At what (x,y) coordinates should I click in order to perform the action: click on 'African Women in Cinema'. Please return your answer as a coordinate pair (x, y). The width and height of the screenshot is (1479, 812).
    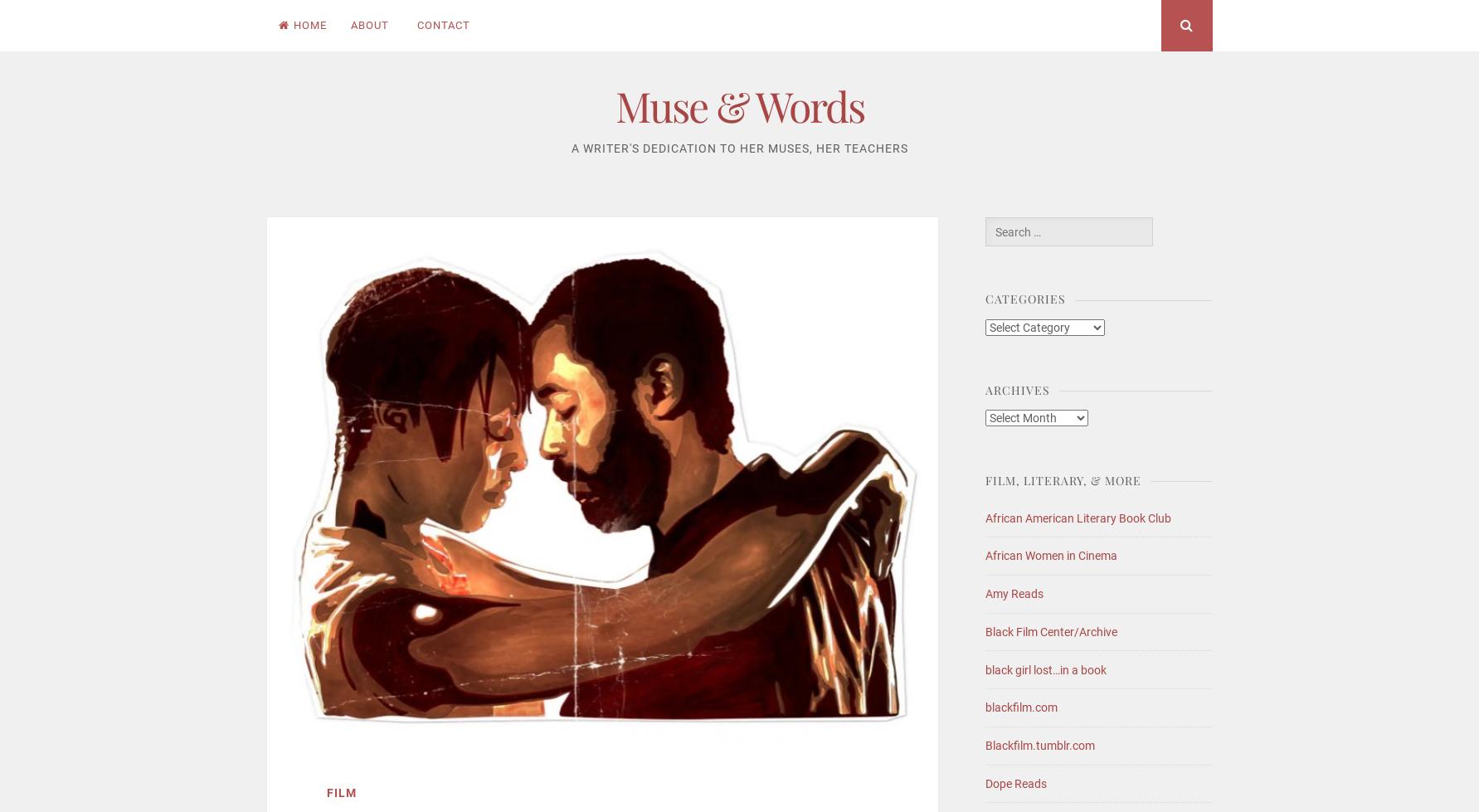
    Looking at the image, I should click on (1050, 555).